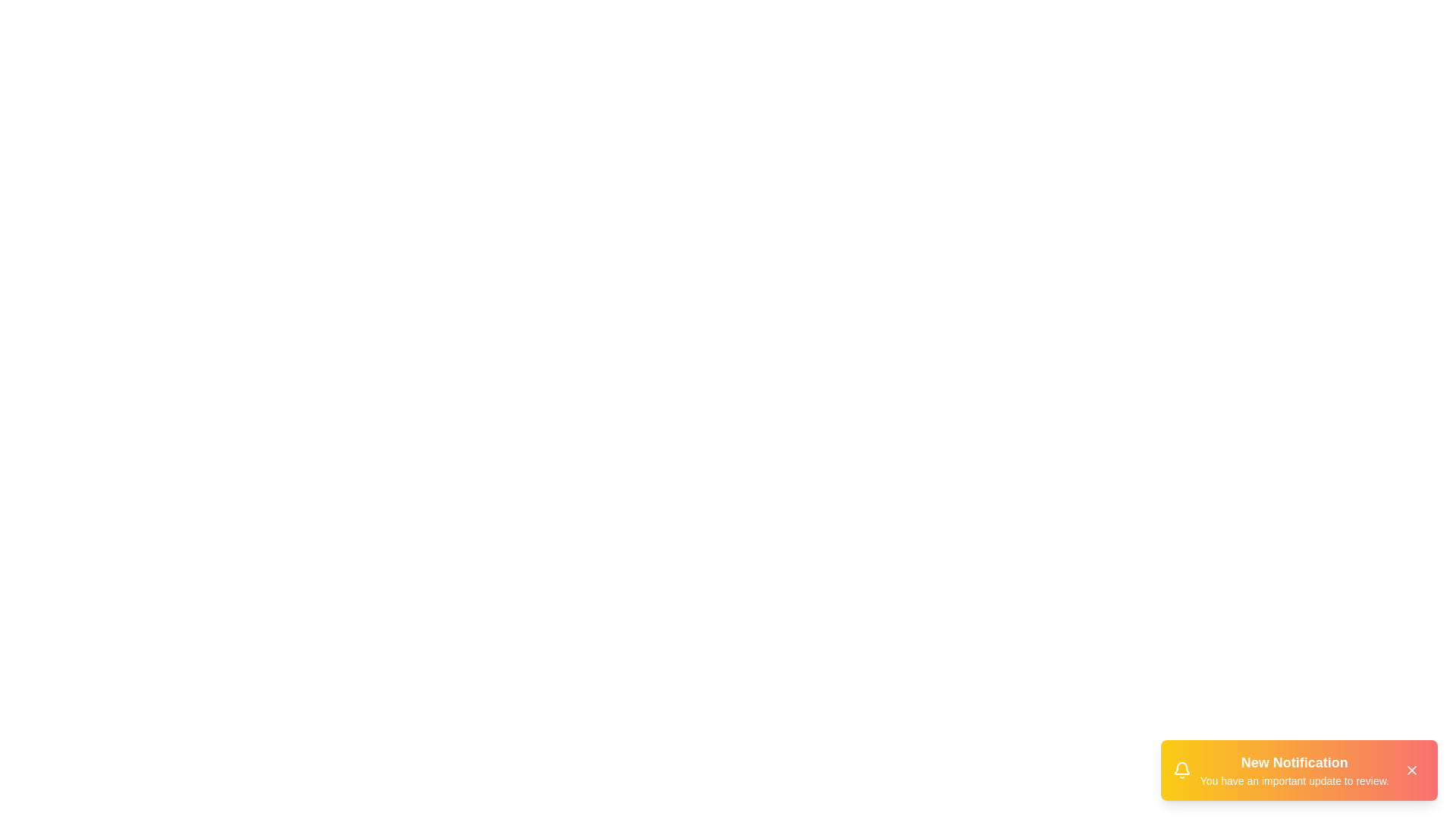 This screenshot has width=1456, height=819. Describe the element at coordinates (1181, 770) in the screenshot. I see `the notification icon to bring focus` at that location.